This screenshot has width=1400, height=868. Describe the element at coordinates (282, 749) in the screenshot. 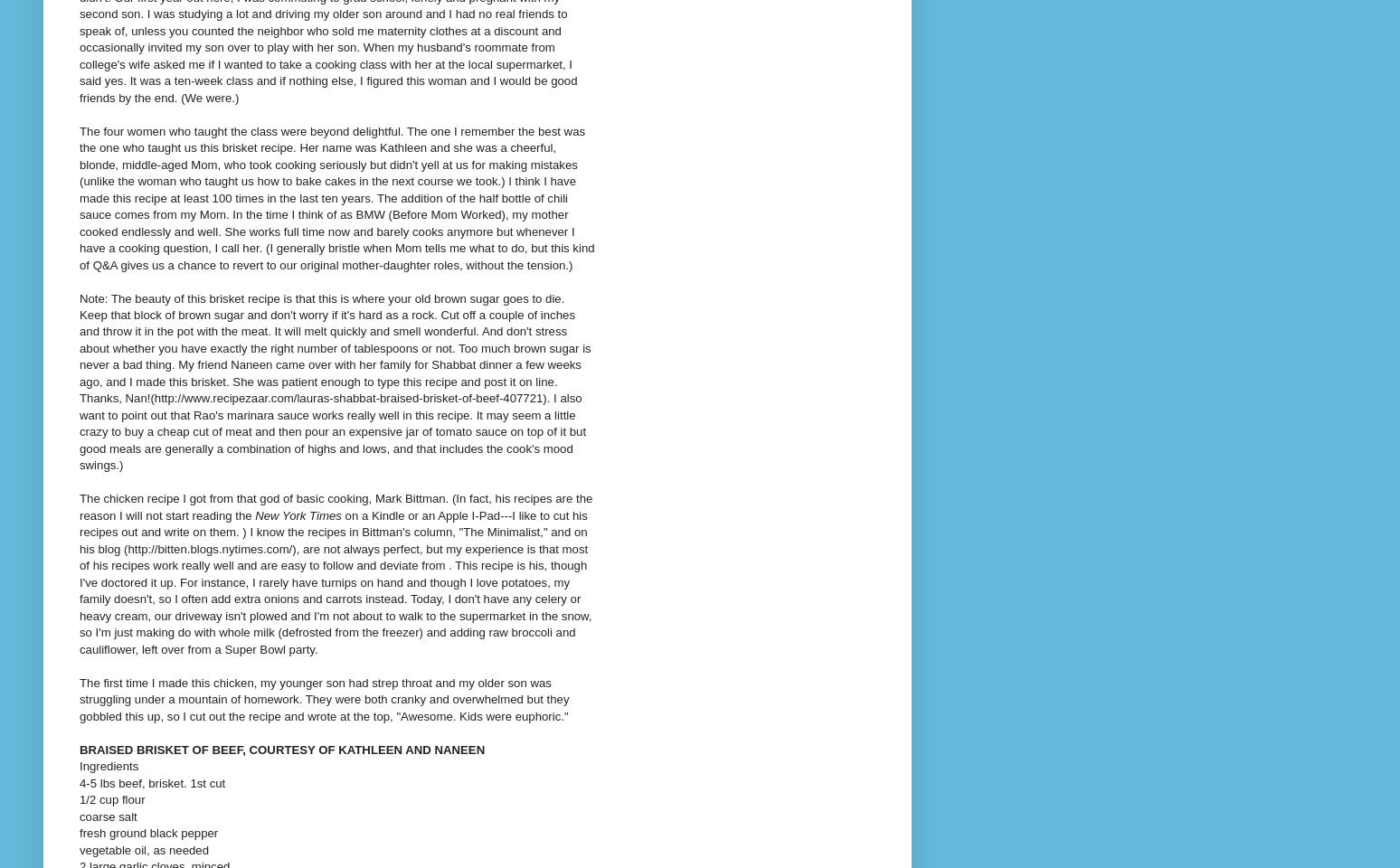

I see `'BRAISED BRISKET OF BEEF, COURTESY OF KATHLEEN AND NANEEN'` at that location.